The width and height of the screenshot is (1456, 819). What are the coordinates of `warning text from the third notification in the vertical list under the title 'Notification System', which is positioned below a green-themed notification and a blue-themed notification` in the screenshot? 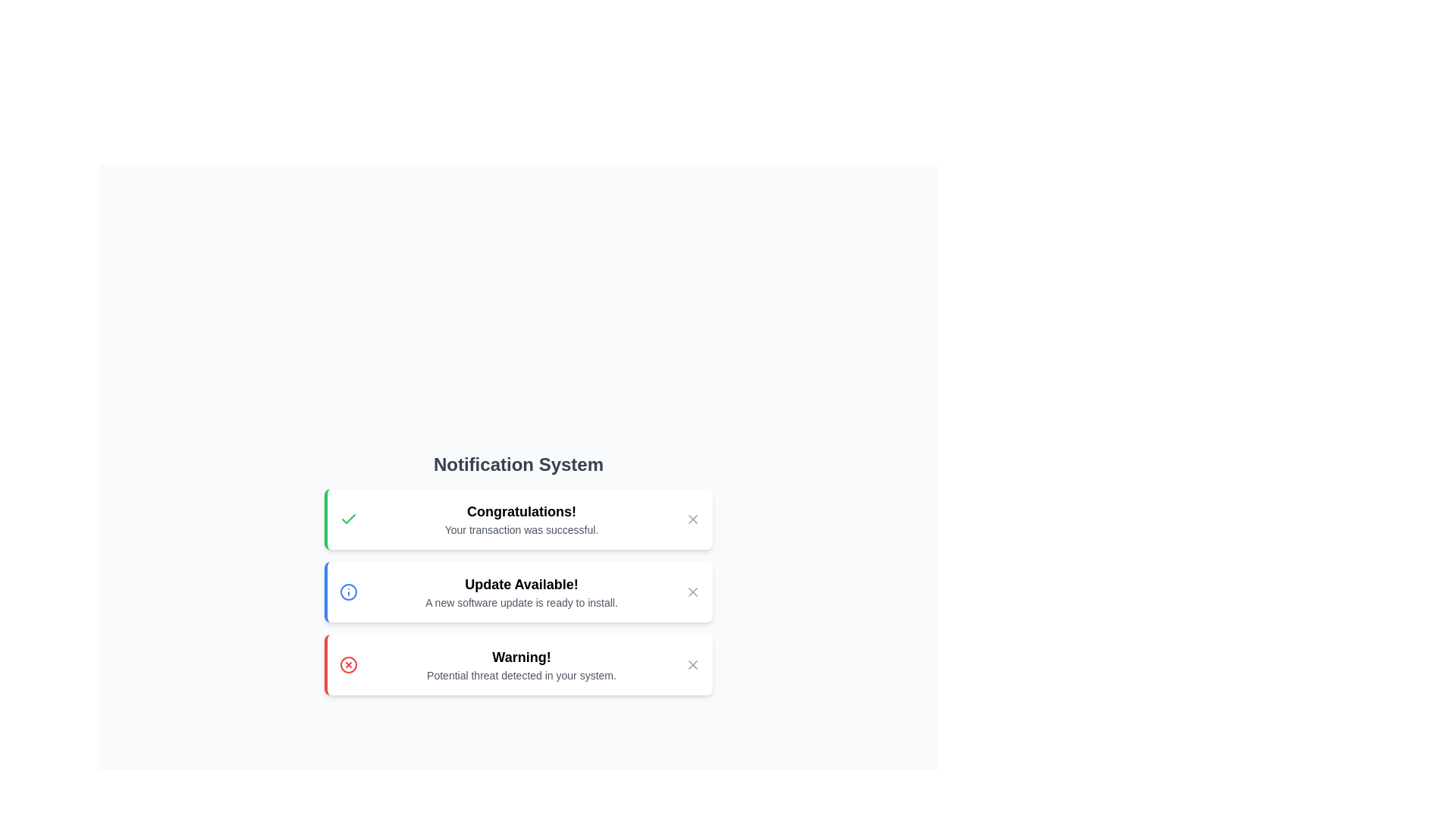 It's located at (519, 664).